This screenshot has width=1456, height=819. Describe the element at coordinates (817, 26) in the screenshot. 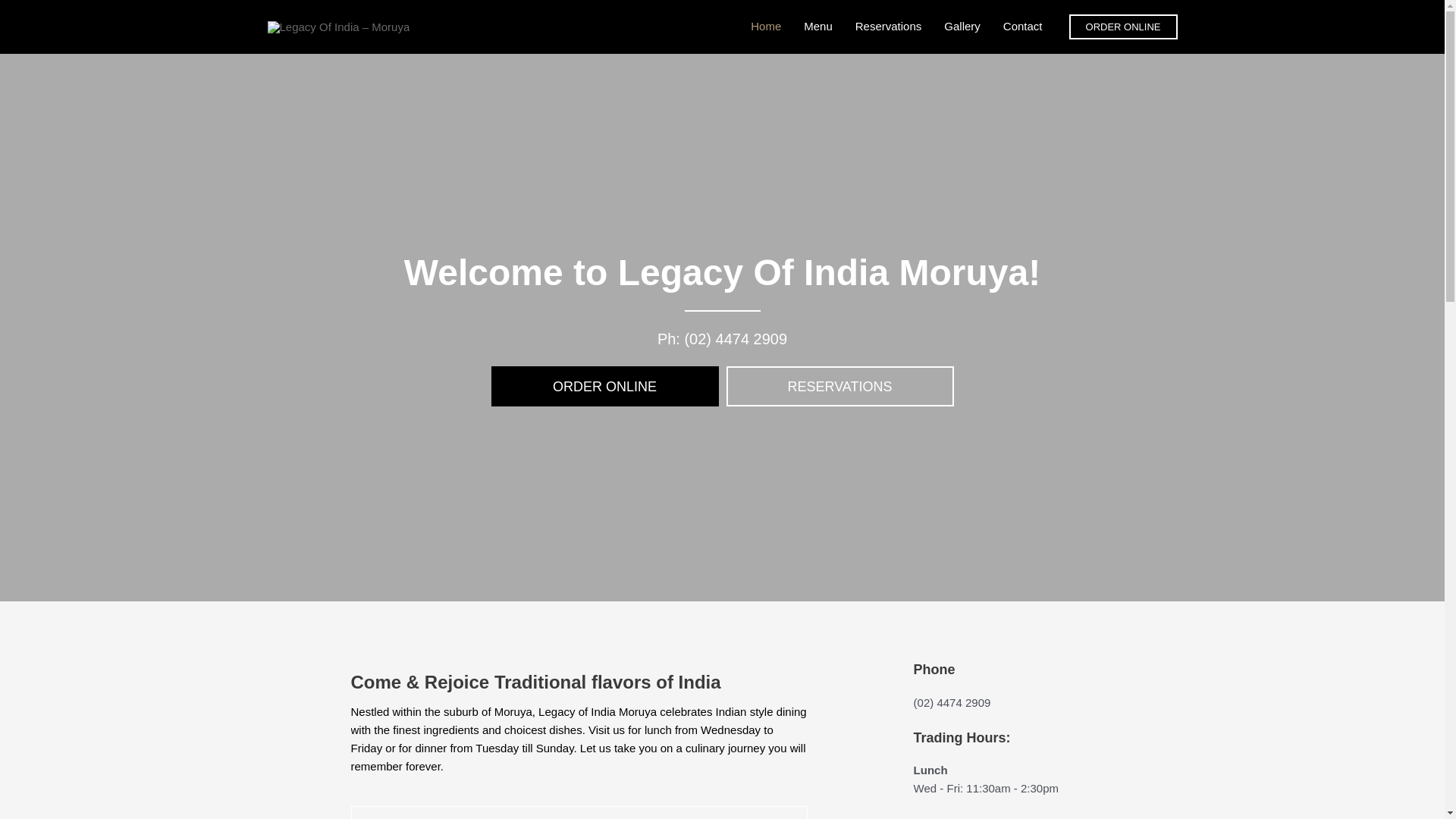

I see `'Menu'` at that location.